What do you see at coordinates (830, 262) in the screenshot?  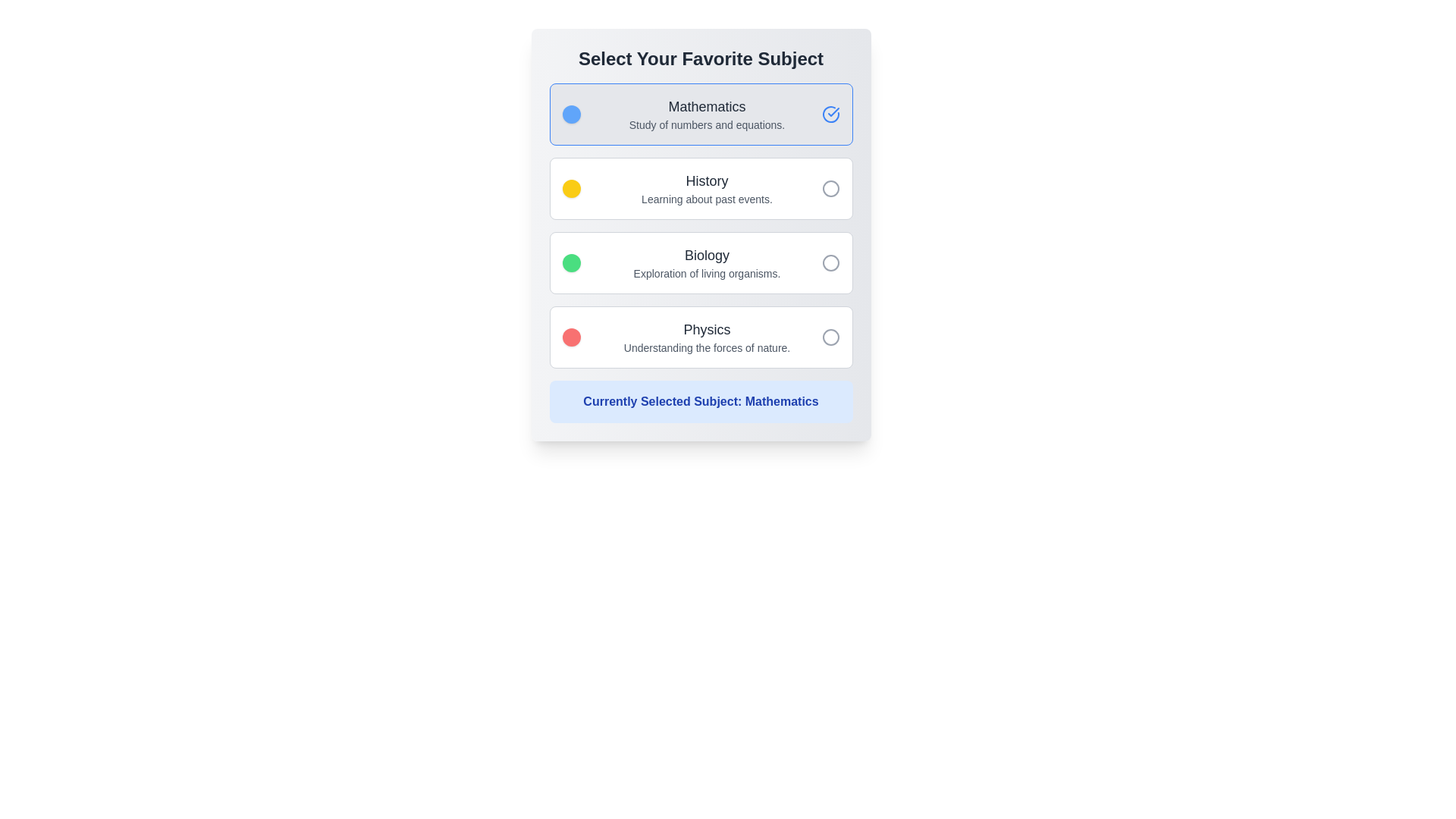 I see `the circular icon button located on the right side of the 'Biology' list item` at bounding box center [830, 262].